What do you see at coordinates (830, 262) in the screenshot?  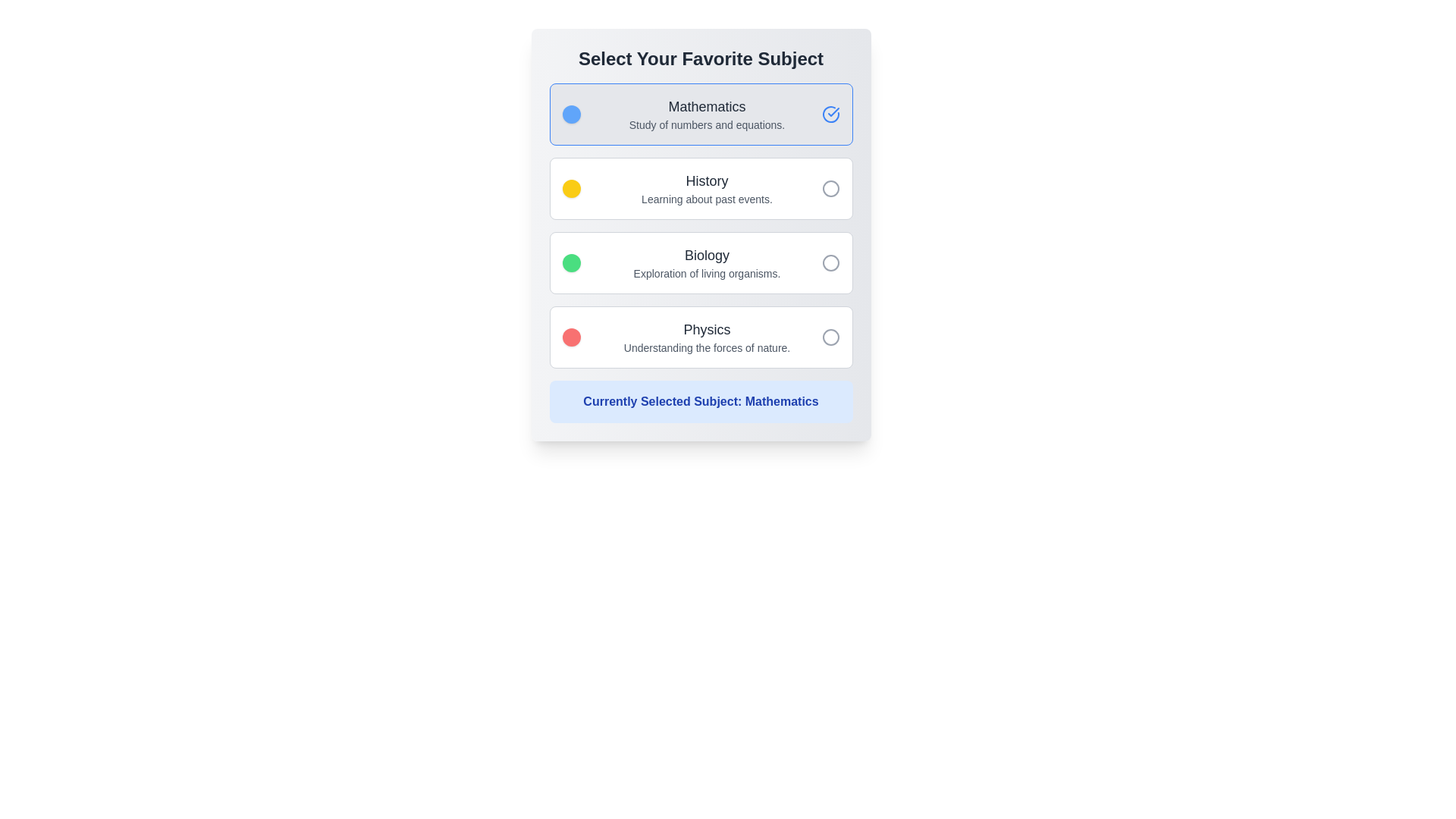 I see `the circular icon button located on the right side of the 'Biology' list item` at bounding box center [830, 262].